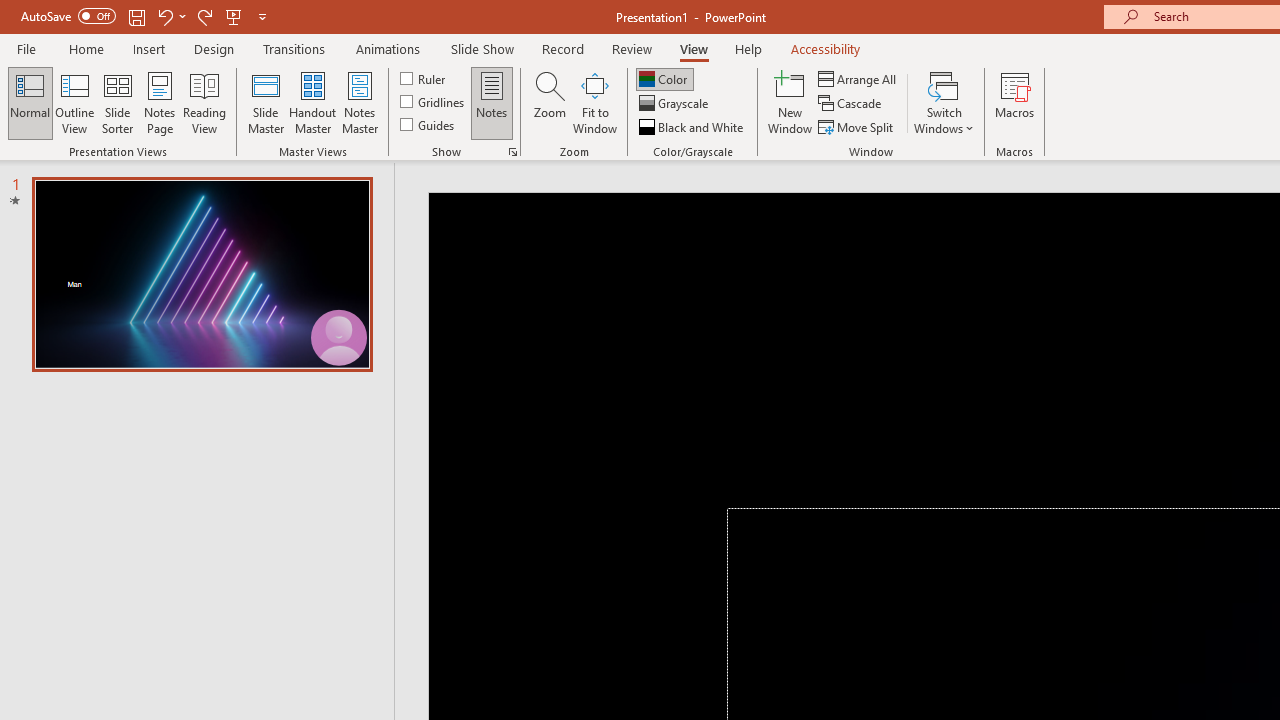 The image size is (1280, 720). What do you see at coordinates (594, 103) in the screenshot?
I see `'Fit to Window'` at bounding box center [594, 103].